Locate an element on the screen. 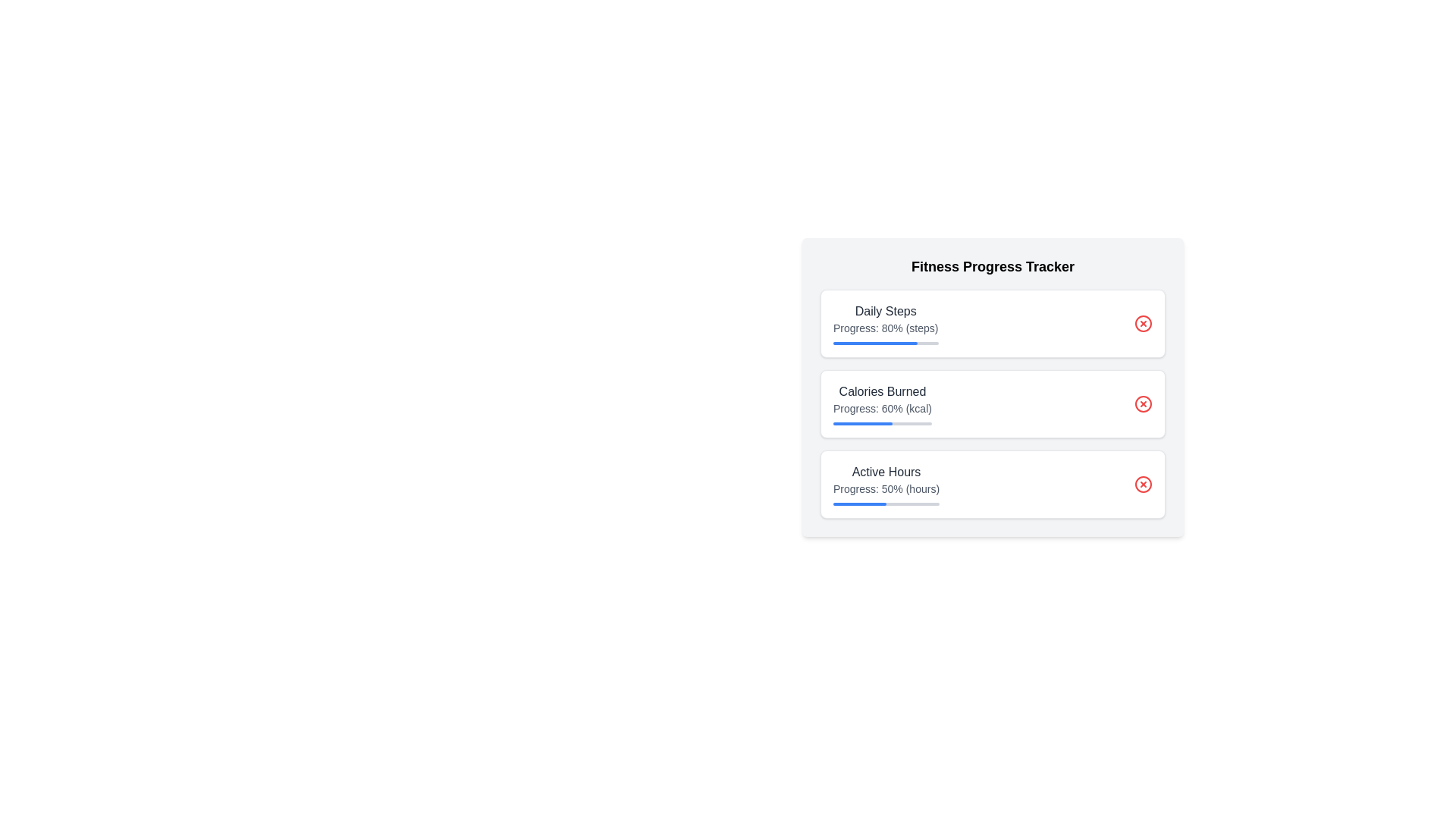 Image resolution: width=1456 pixels, height=819 pixels. the bold title text label reading 'Fitness Progress Tracker' located at the top of the card is located at coordinates (993, 265).